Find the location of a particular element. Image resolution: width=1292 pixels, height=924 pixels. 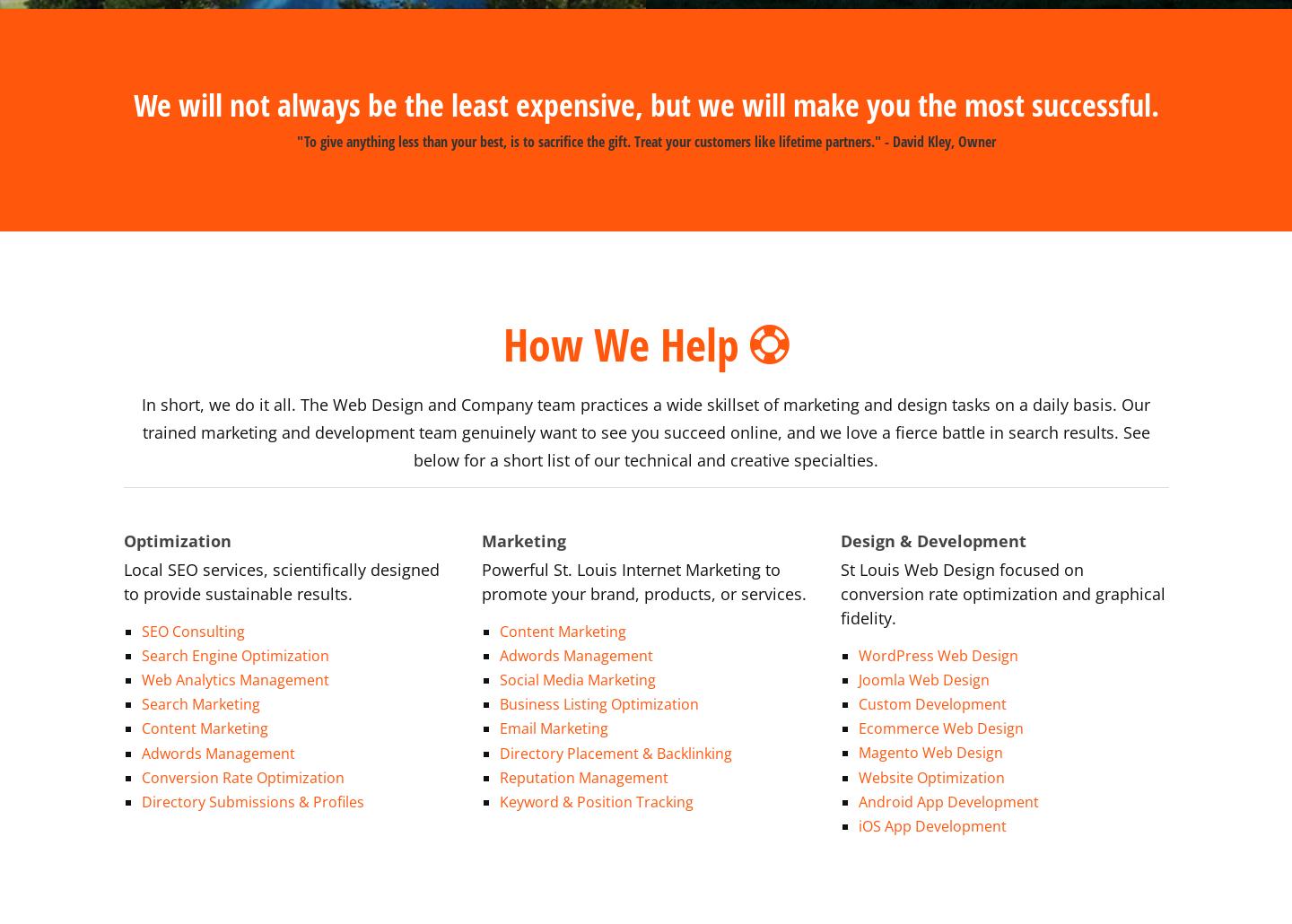

'Magento Web Design' is located at coordinates (859, 730).